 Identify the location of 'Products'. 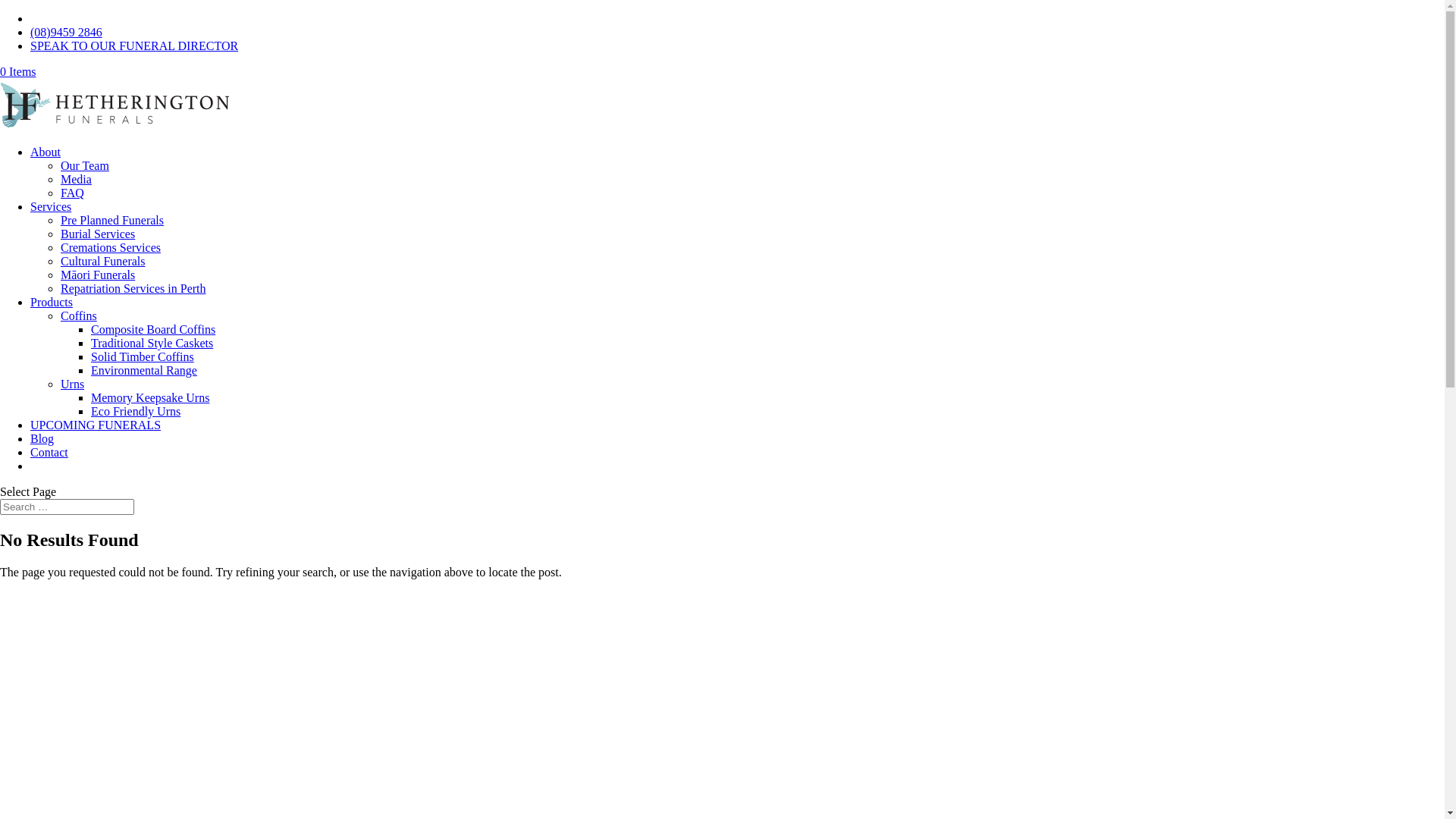
(30, 302).